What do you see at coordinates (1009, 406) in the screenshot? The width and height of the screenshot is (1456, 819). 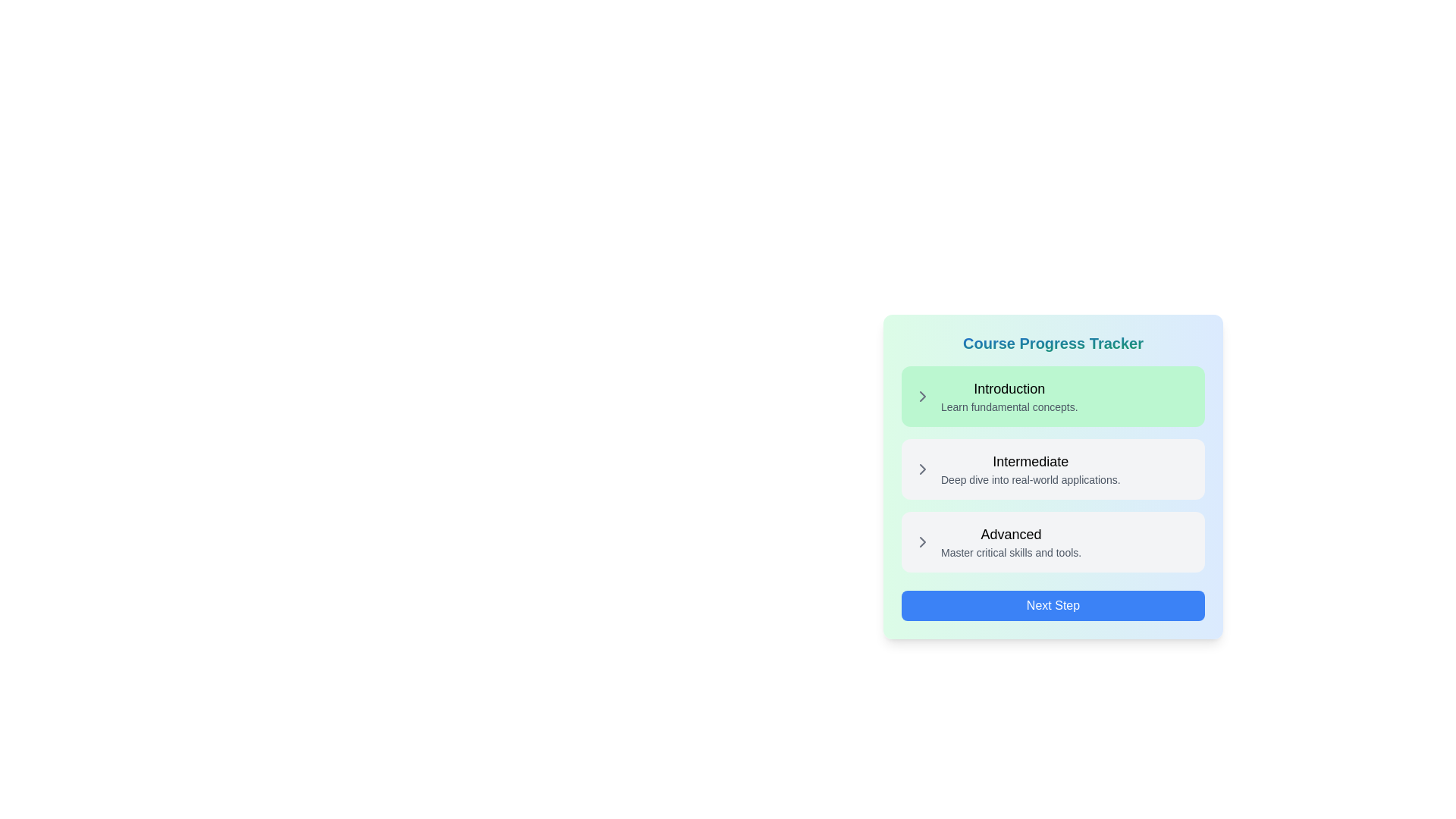 I see `the non-interactive Text Label that provides descriptive information for the 'Introduction' section, located centrally beneath the heading 'Introduction' within the green-highlighted box` at bounding box center [1009, 406].